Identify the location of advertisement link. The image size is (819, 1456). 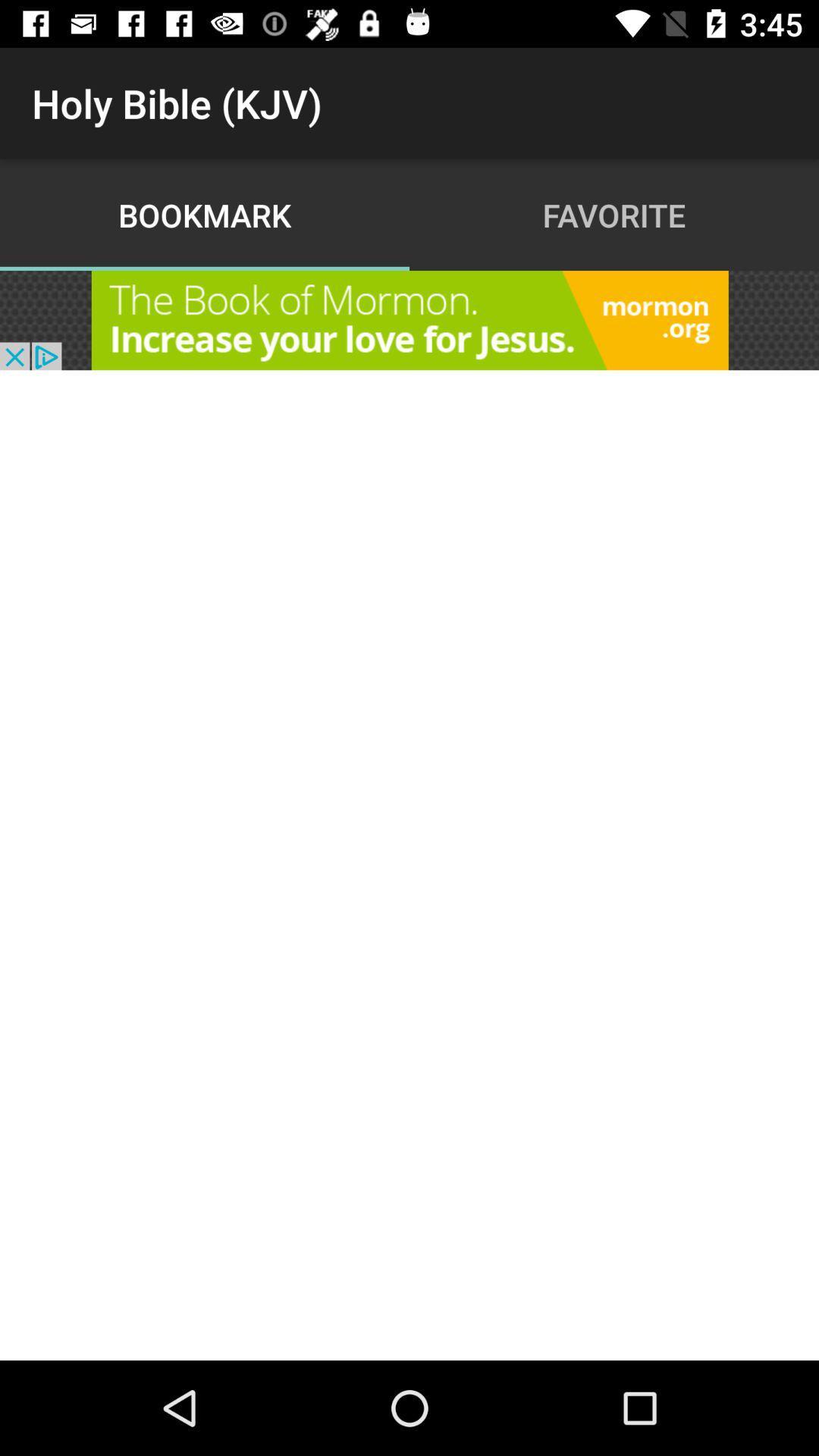
(409, 319).